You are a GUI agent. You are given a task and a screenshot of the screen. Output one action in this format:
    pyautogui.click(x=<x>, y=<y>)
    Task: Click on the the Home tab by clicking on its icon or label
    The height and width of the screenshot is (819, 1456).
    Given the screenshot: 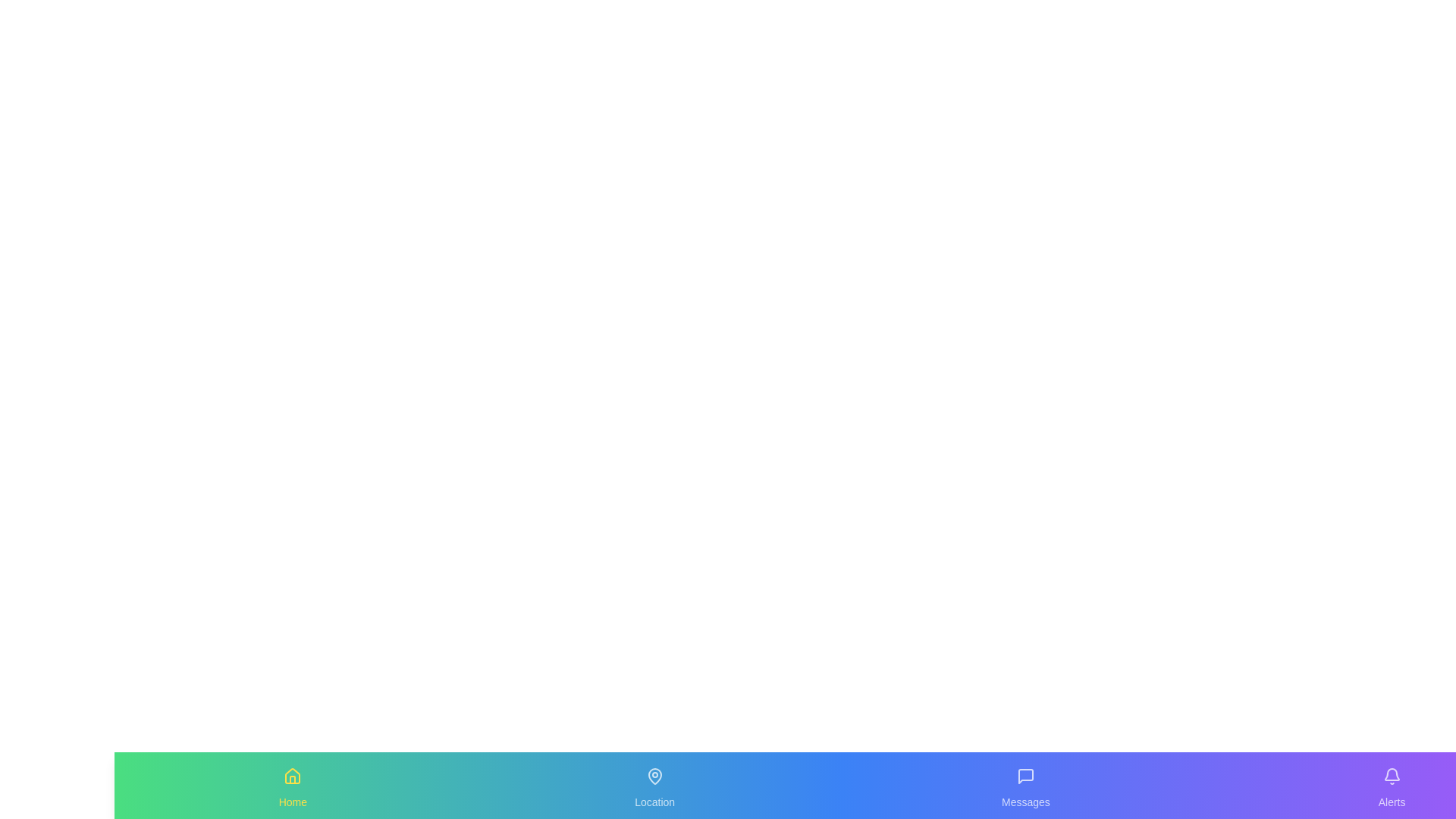 What is the action you would take?
    pyautogui.click(x=292, y=785)
    